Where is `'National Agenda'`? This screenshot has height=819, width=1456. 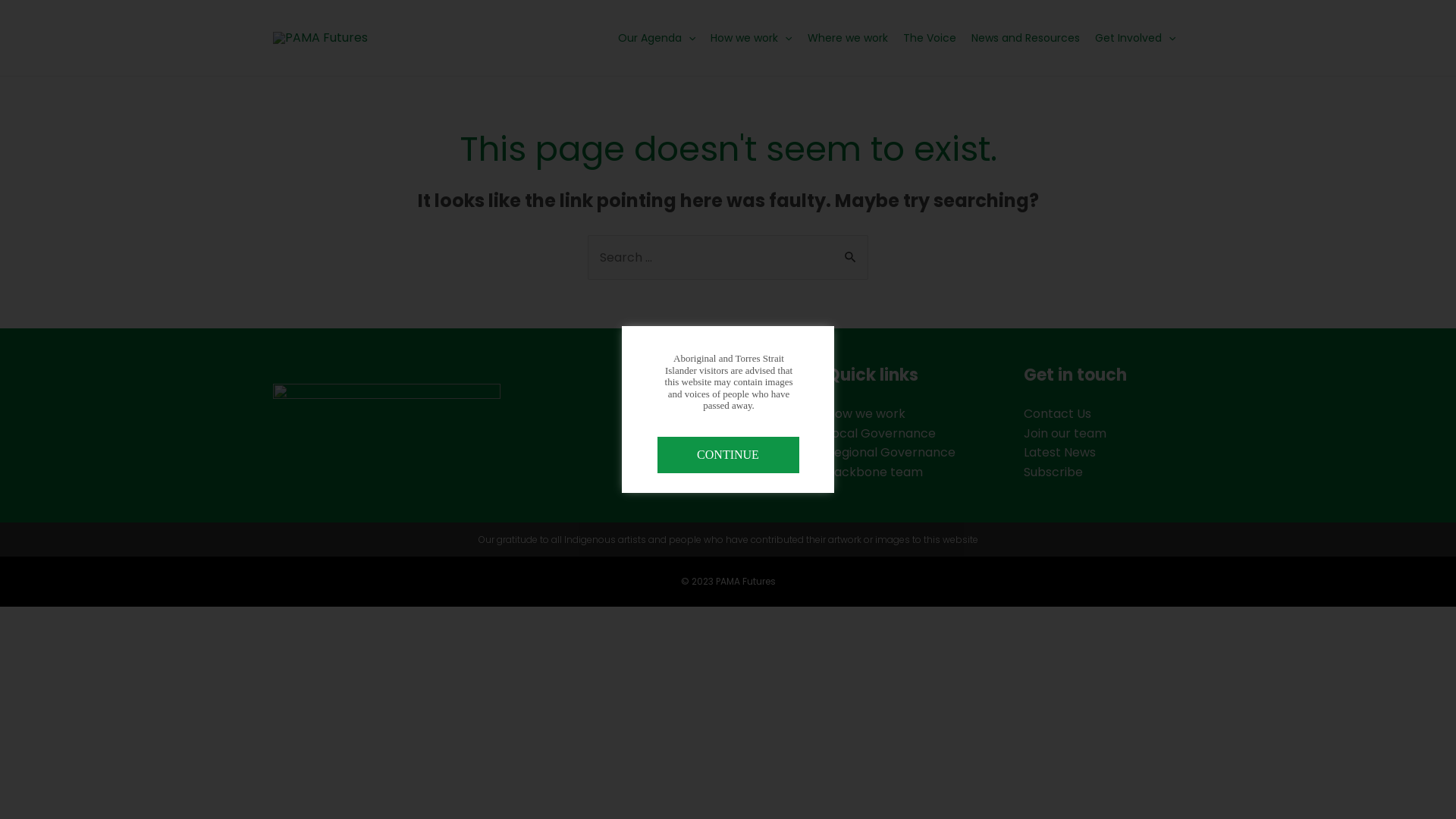
'National Agenda' is located at coordinates (677, 433).